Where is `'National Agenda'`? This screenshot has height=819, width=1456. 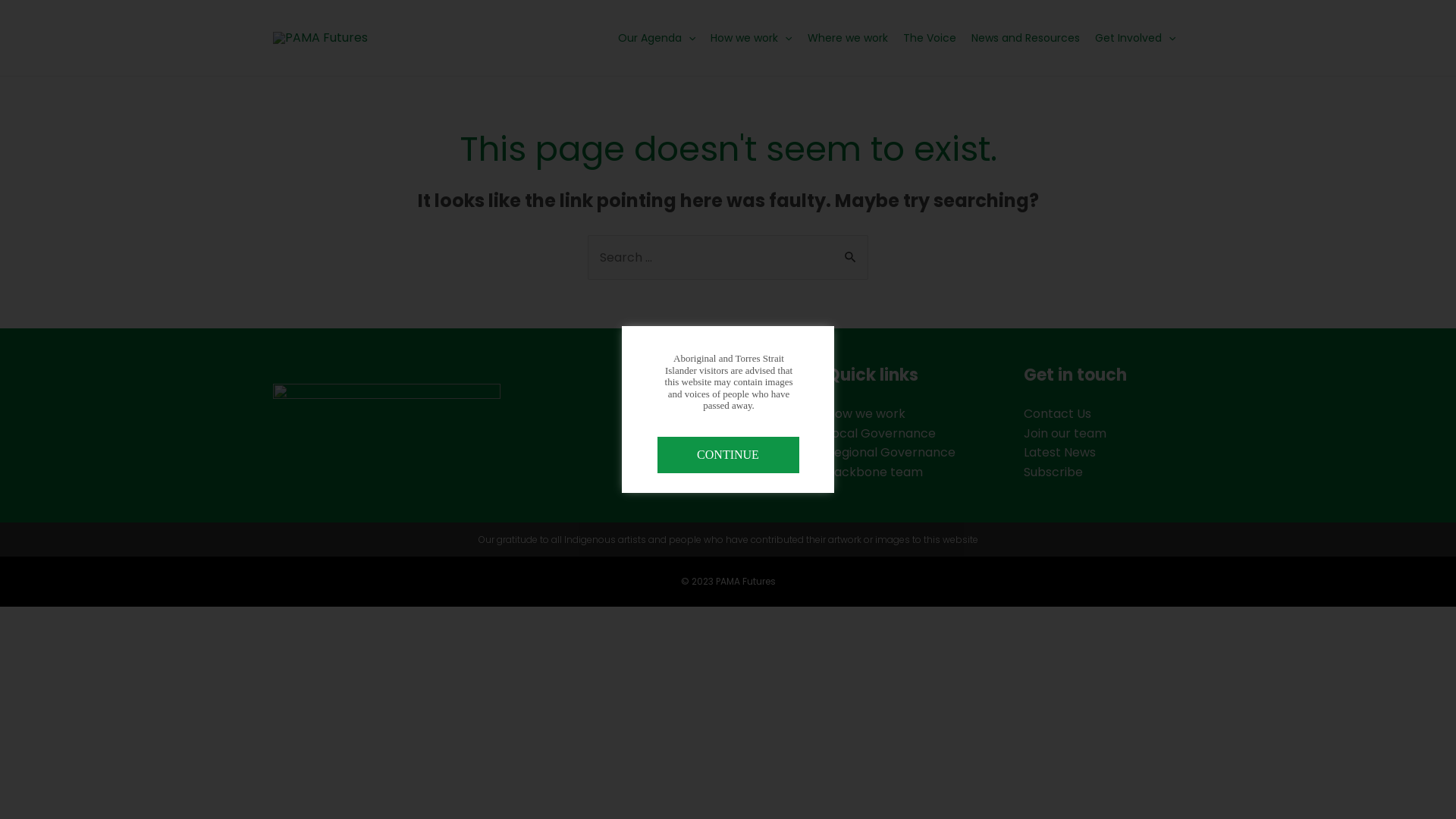
'National Agenda' is located at coordinates (677, 433).